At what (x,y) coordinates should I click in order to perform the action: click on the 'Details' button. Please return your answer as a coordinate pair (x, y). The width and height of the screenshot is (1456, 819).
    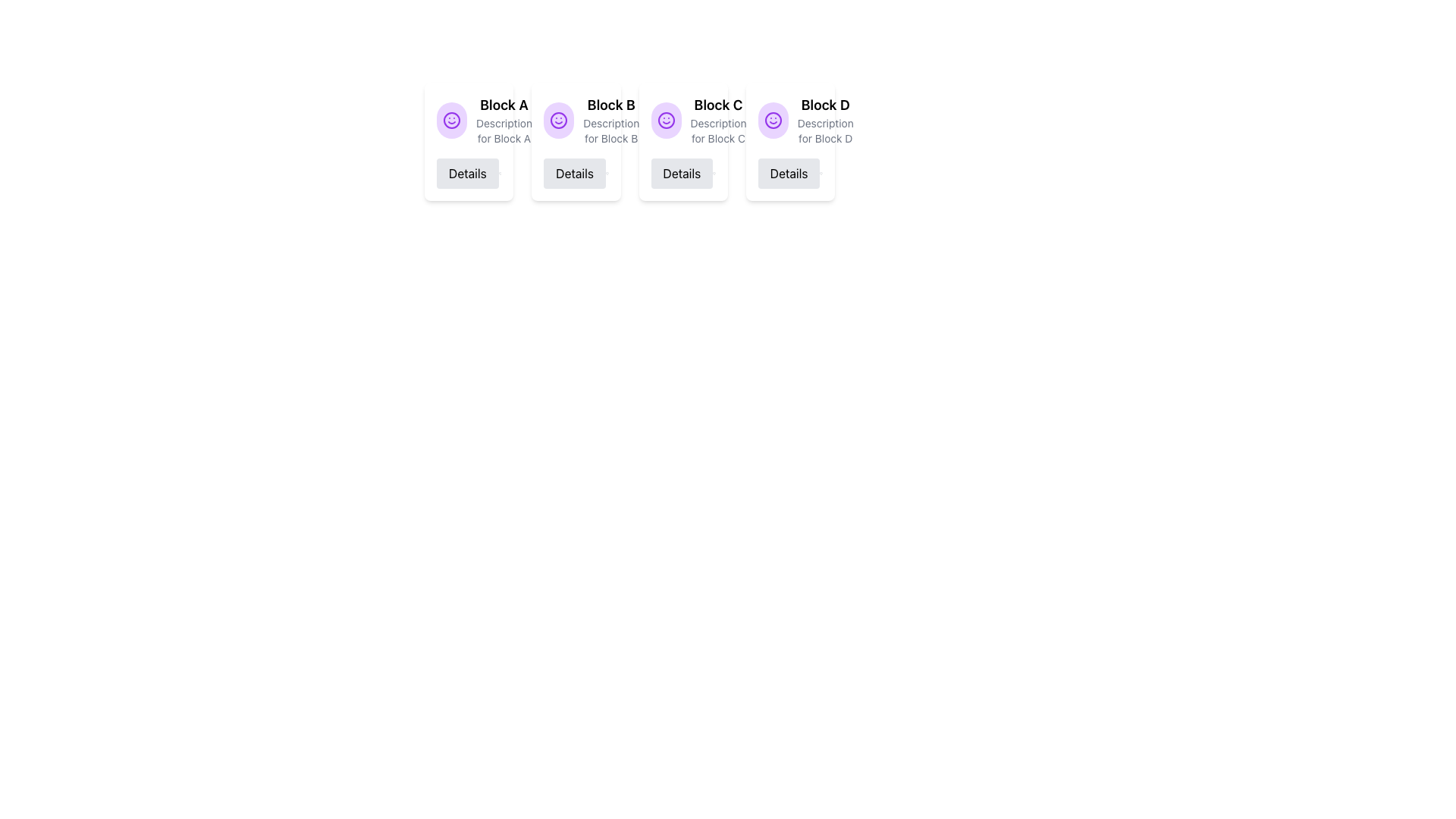
    Looking at the image, I should click on (466, 172).